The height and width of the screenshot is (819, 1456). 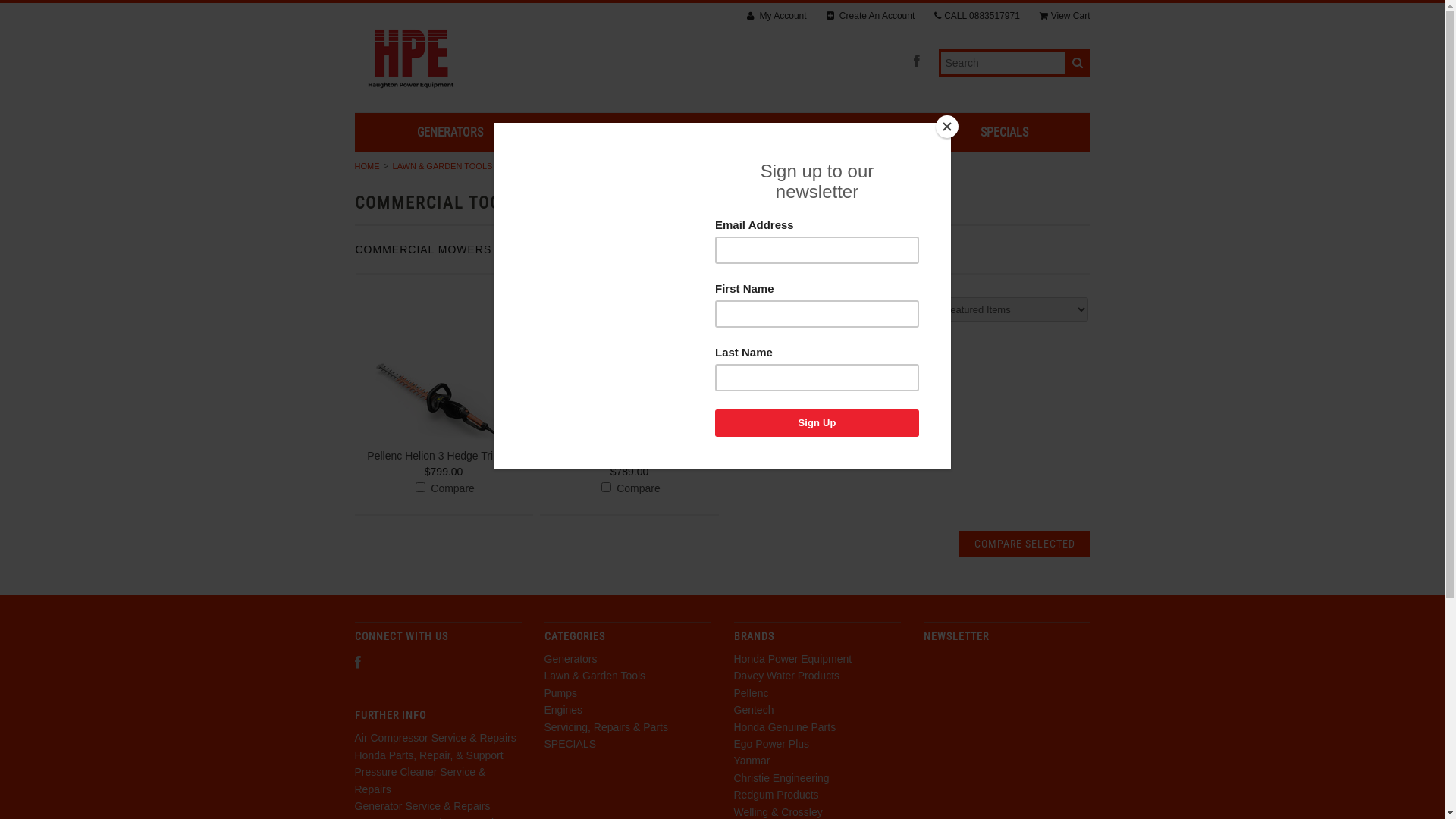 What do you see at coordinates (776, 16) in the screenshot?
I see `'My Account'` at bounding box center [776, 16].